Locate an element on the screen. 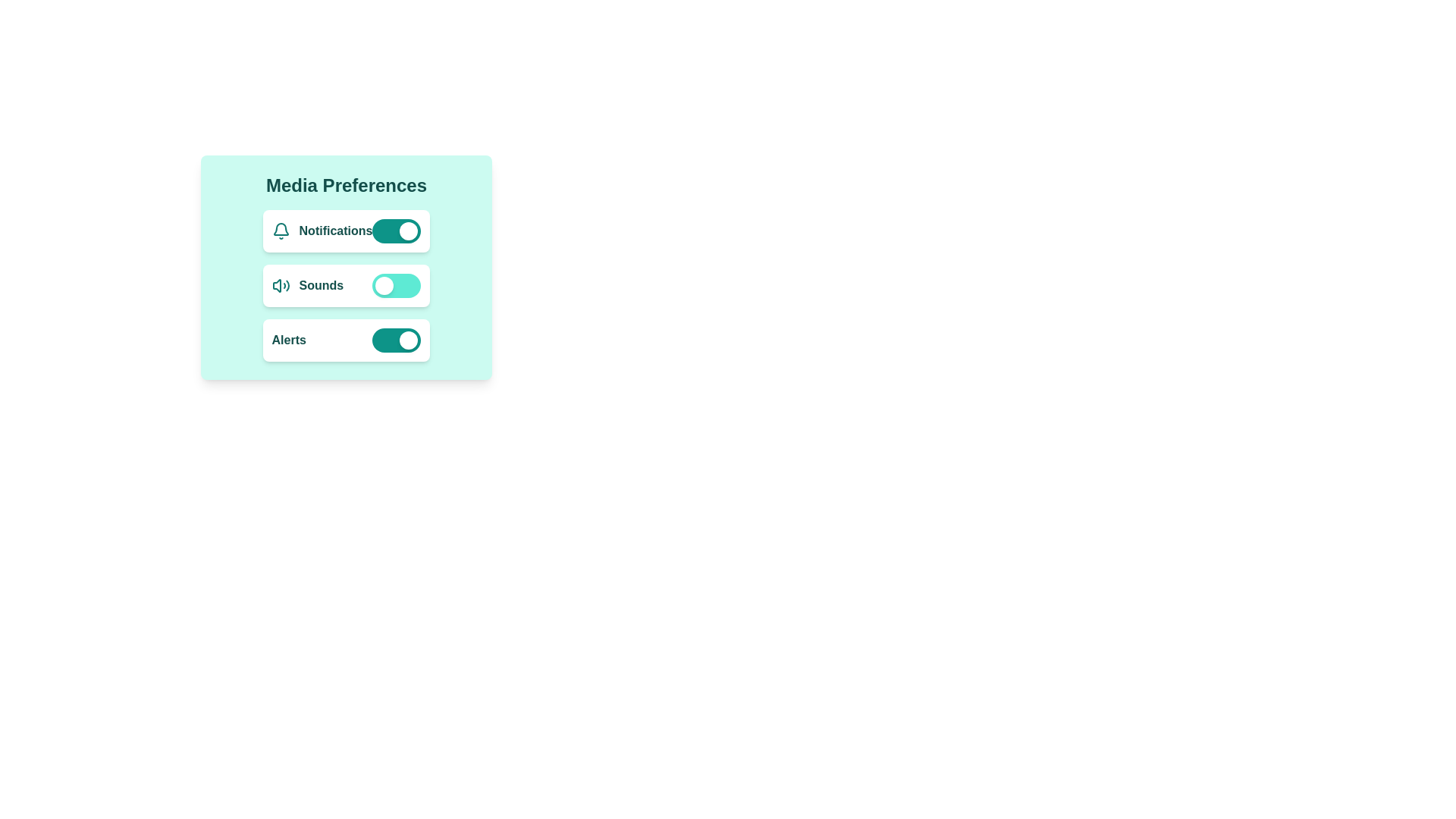 Image resolution: width=1456 pixels, height=819 pixels. text contained within the teal-colored rectangular card with rounded corners that holds interactive settings for media preferences such as notifications, sounds, and alerts is located at coordinates (345, 267).